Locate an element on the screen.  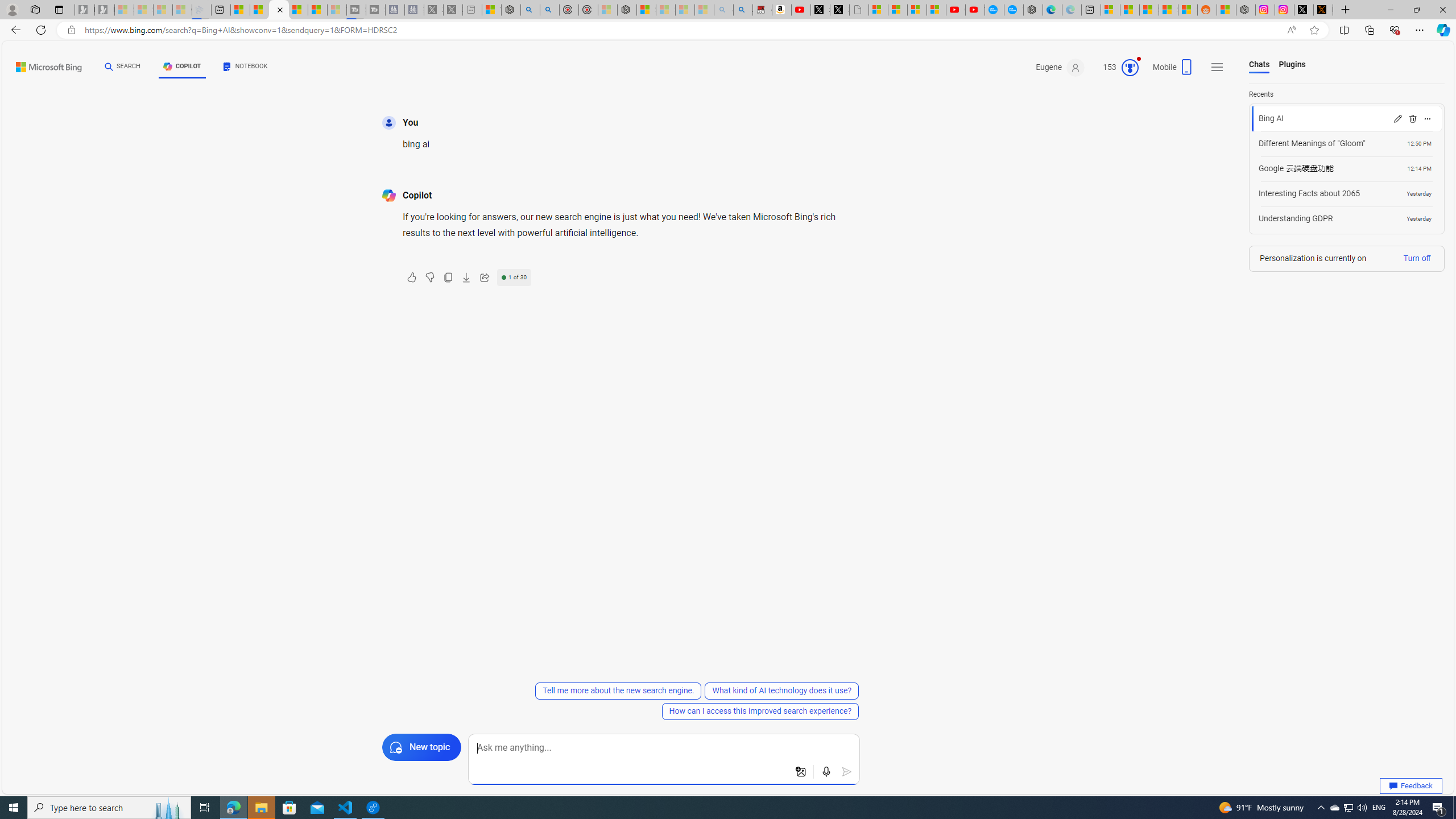
'Tell me more about the new search engine.' is located at coordinates (619, 690).